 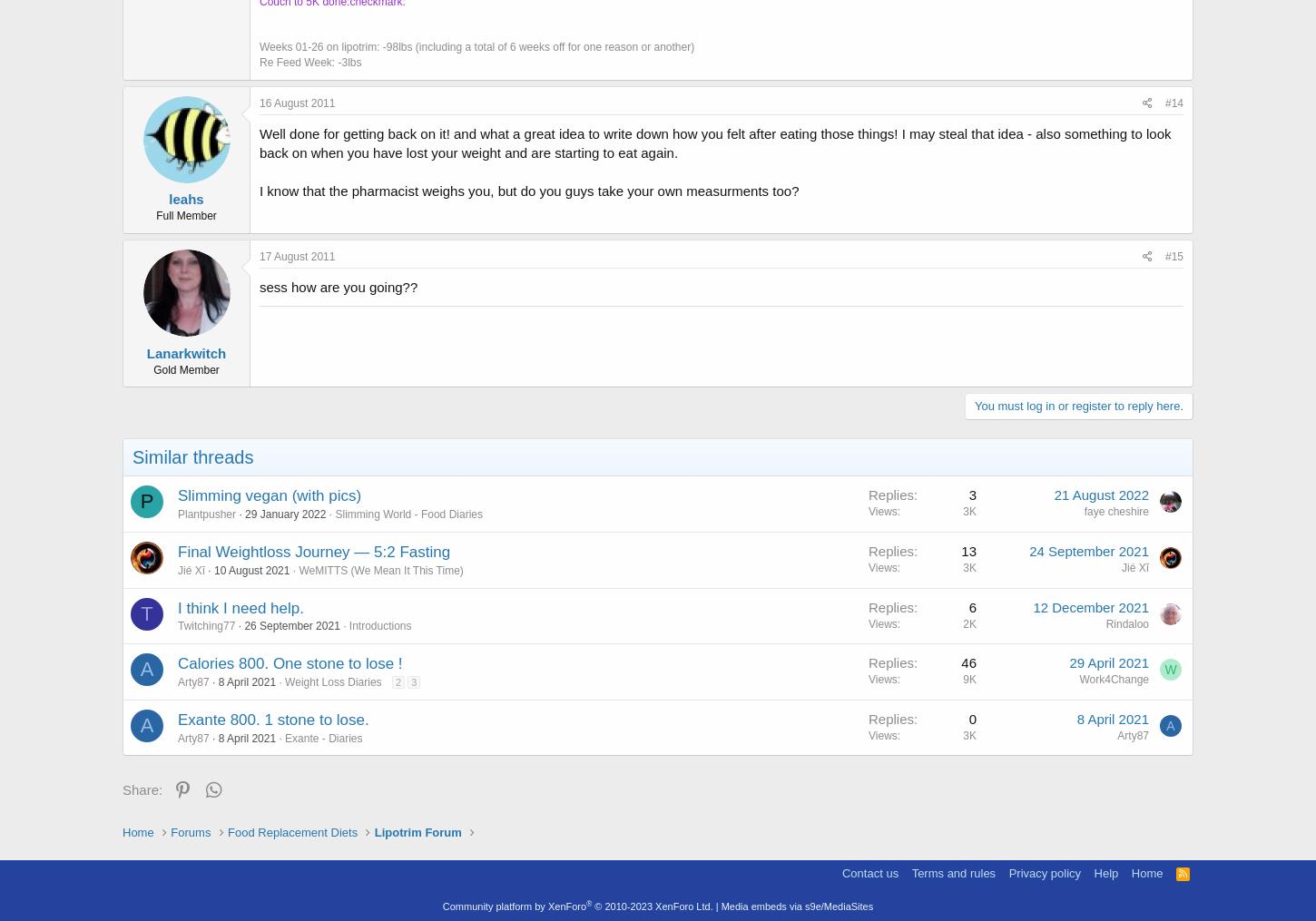 I want to click on 'Rindaloo', so click(x=1105, y=622).